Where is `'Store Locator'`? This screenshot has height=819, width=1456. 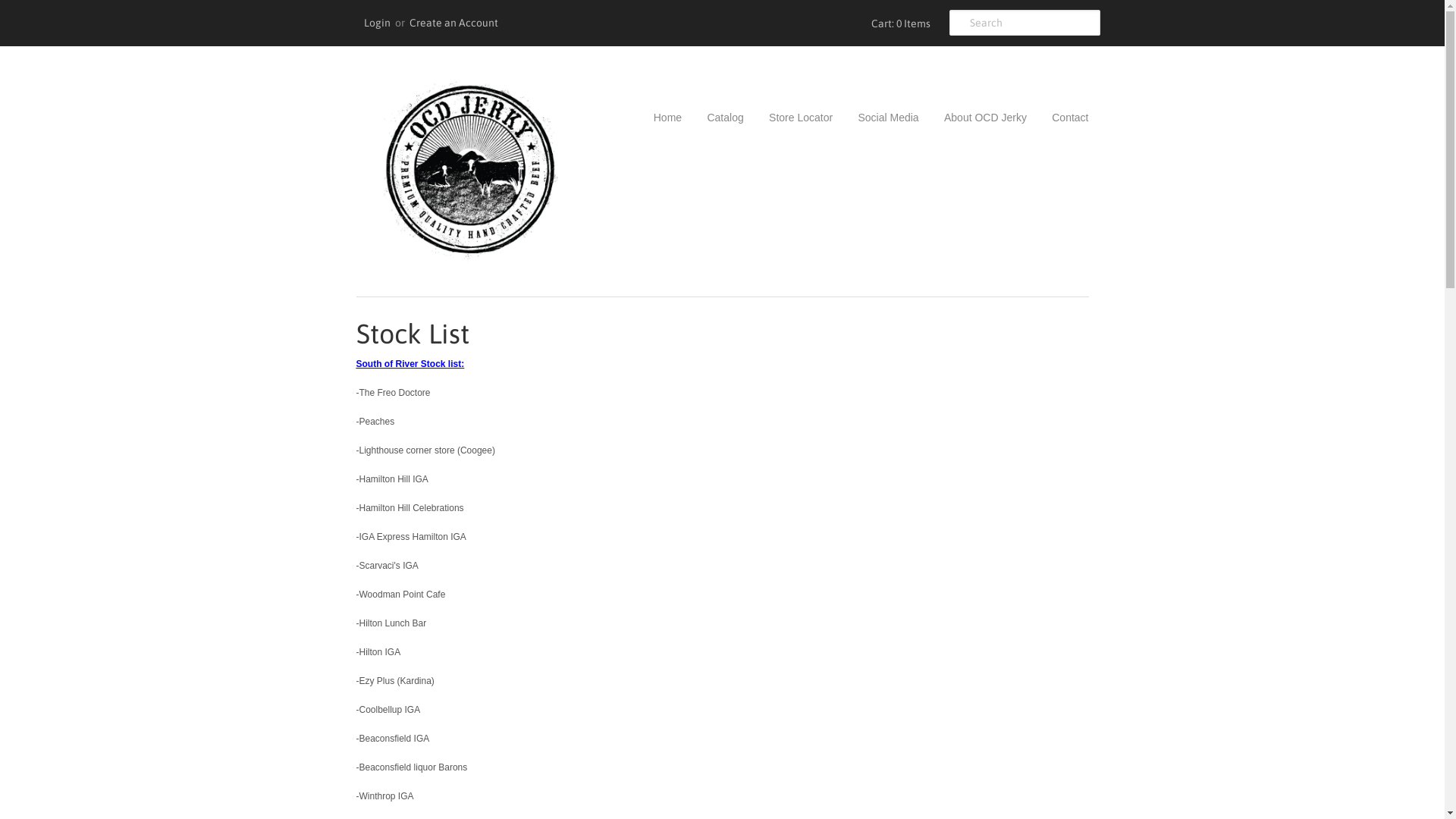 'Store Locator' is located at coordinates (789, 116).